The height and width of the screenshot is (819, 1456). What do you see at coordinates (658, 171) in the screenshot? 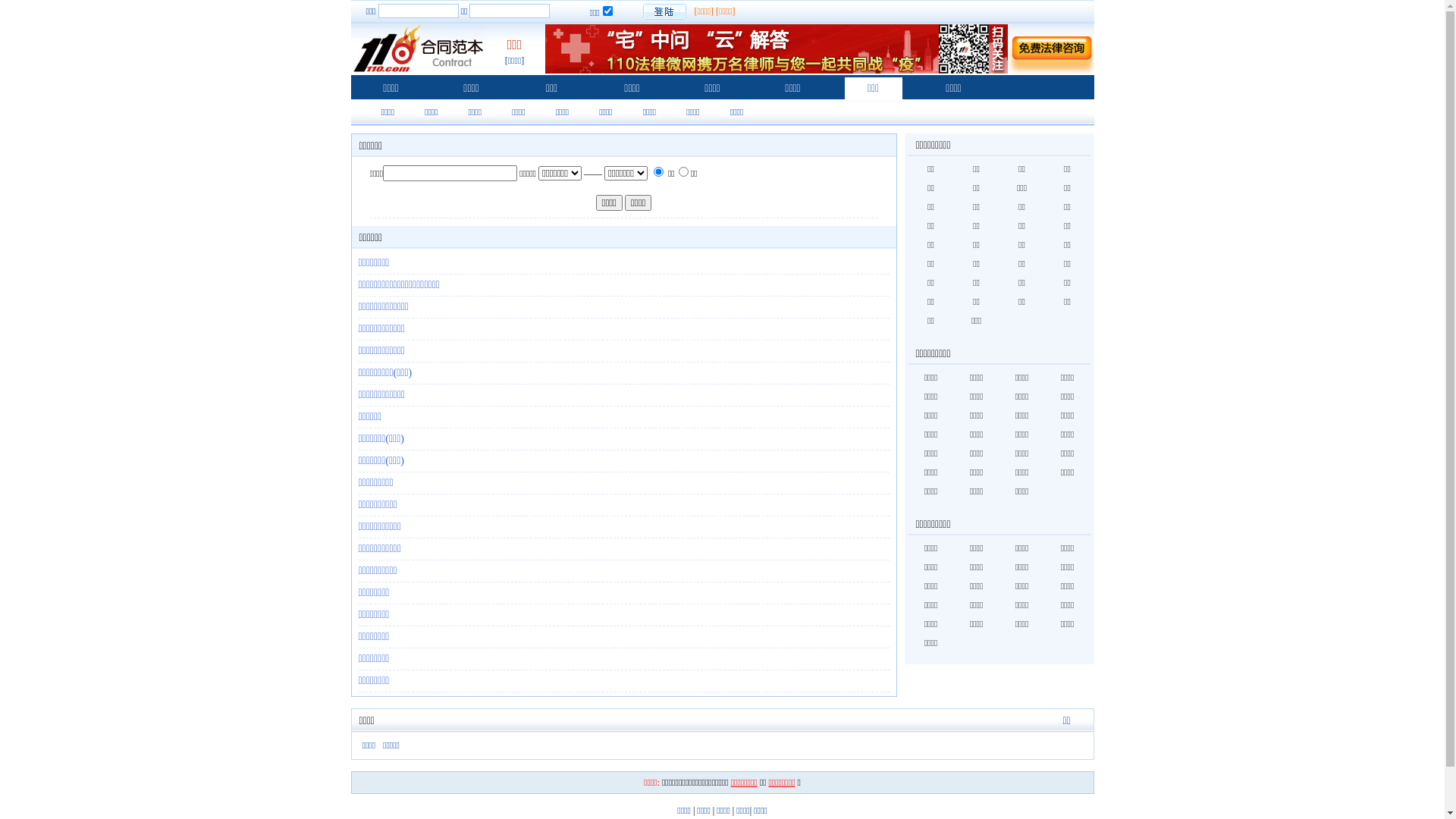
I see `'0'` at bounding box center [658, 171].